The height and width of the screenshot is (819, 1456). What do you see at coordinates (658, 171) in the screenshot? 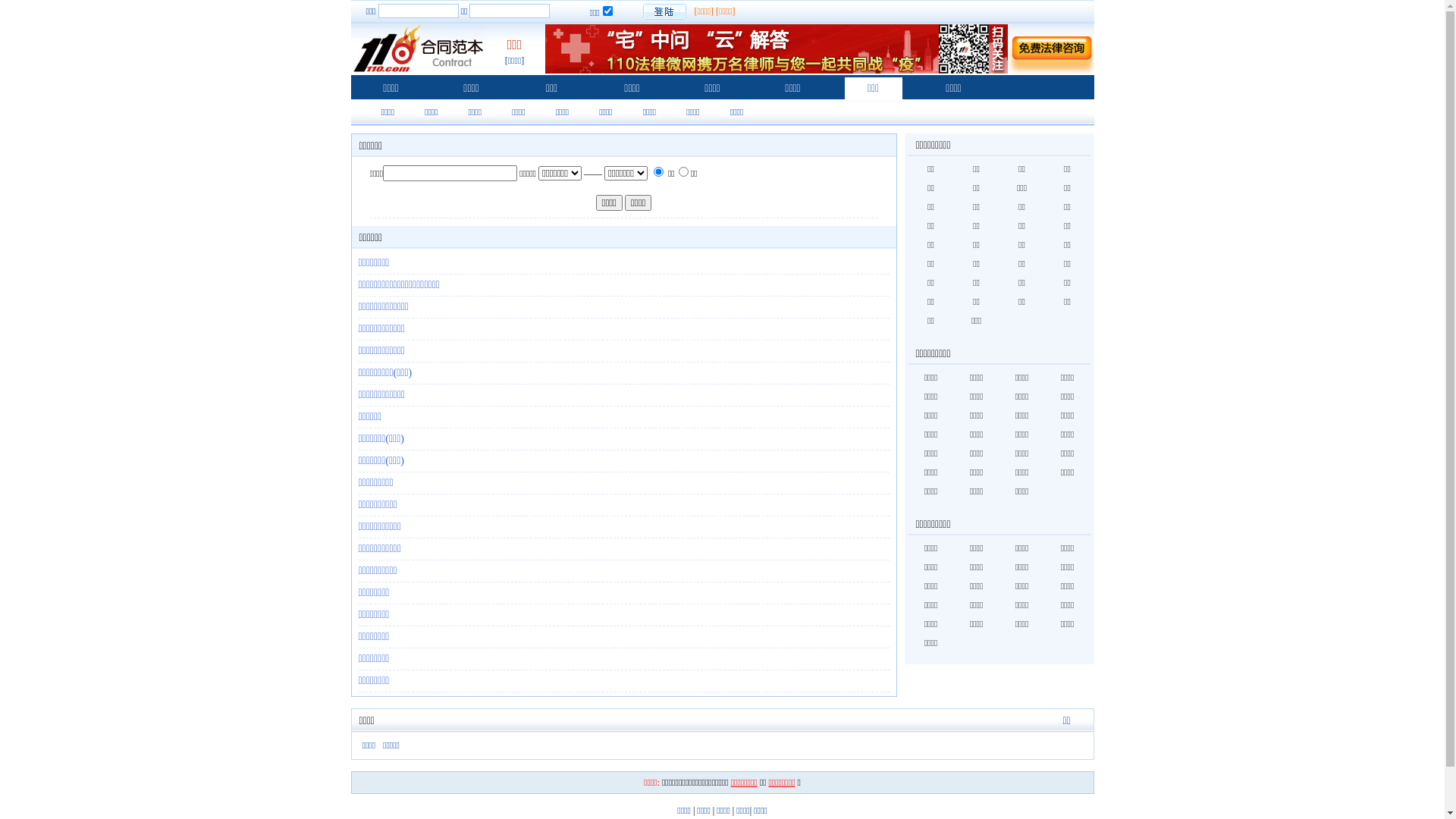
I see `'0'` at bounding box center [658, 171].